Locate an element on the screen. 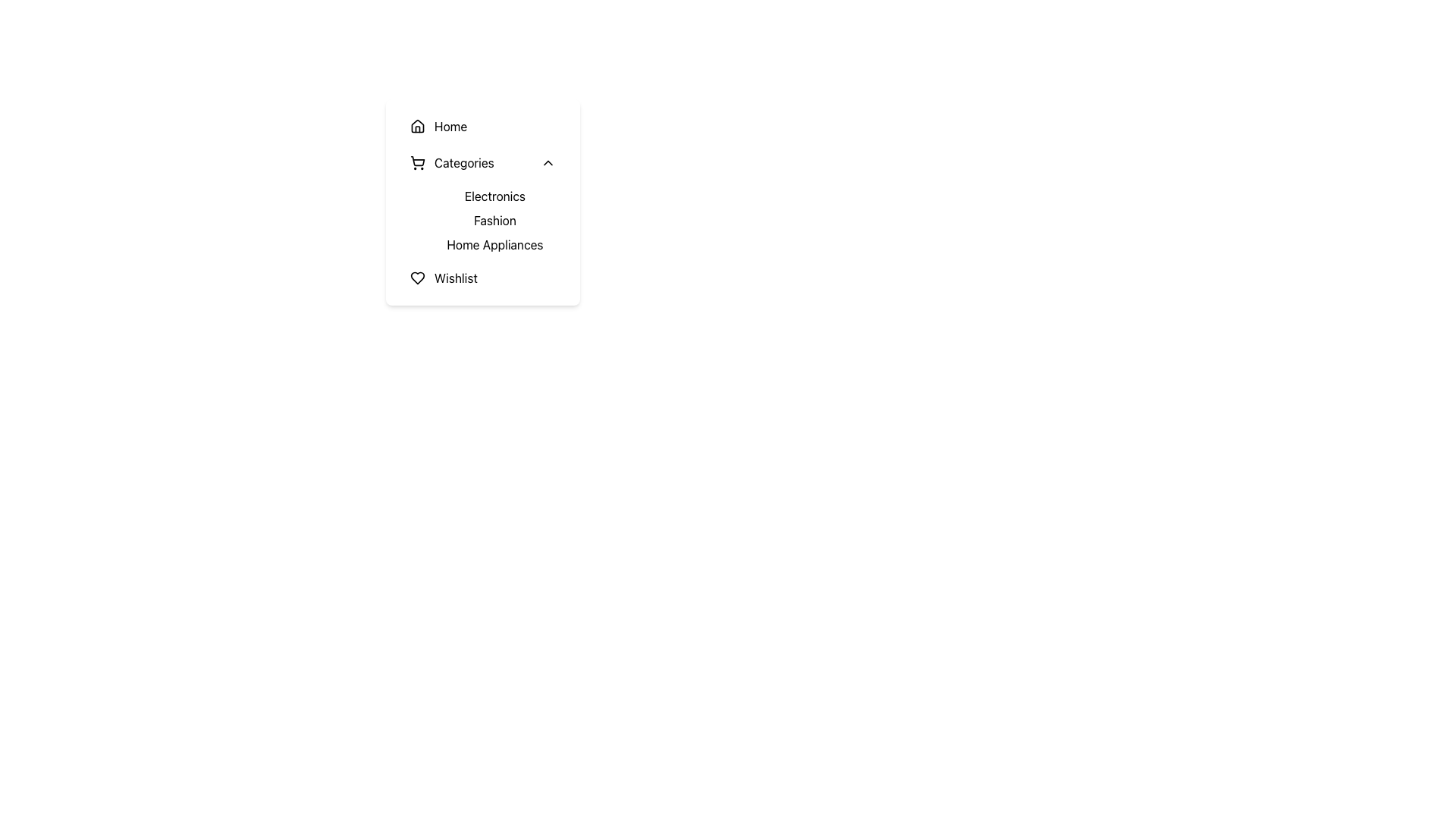 The image size is (1456, 819). the Wishlist menu item, which is the last item in a vertical list of menu items including Home, Categories, Electronics, Fashion, and Home Appliances is located at coordinates (482, 278).